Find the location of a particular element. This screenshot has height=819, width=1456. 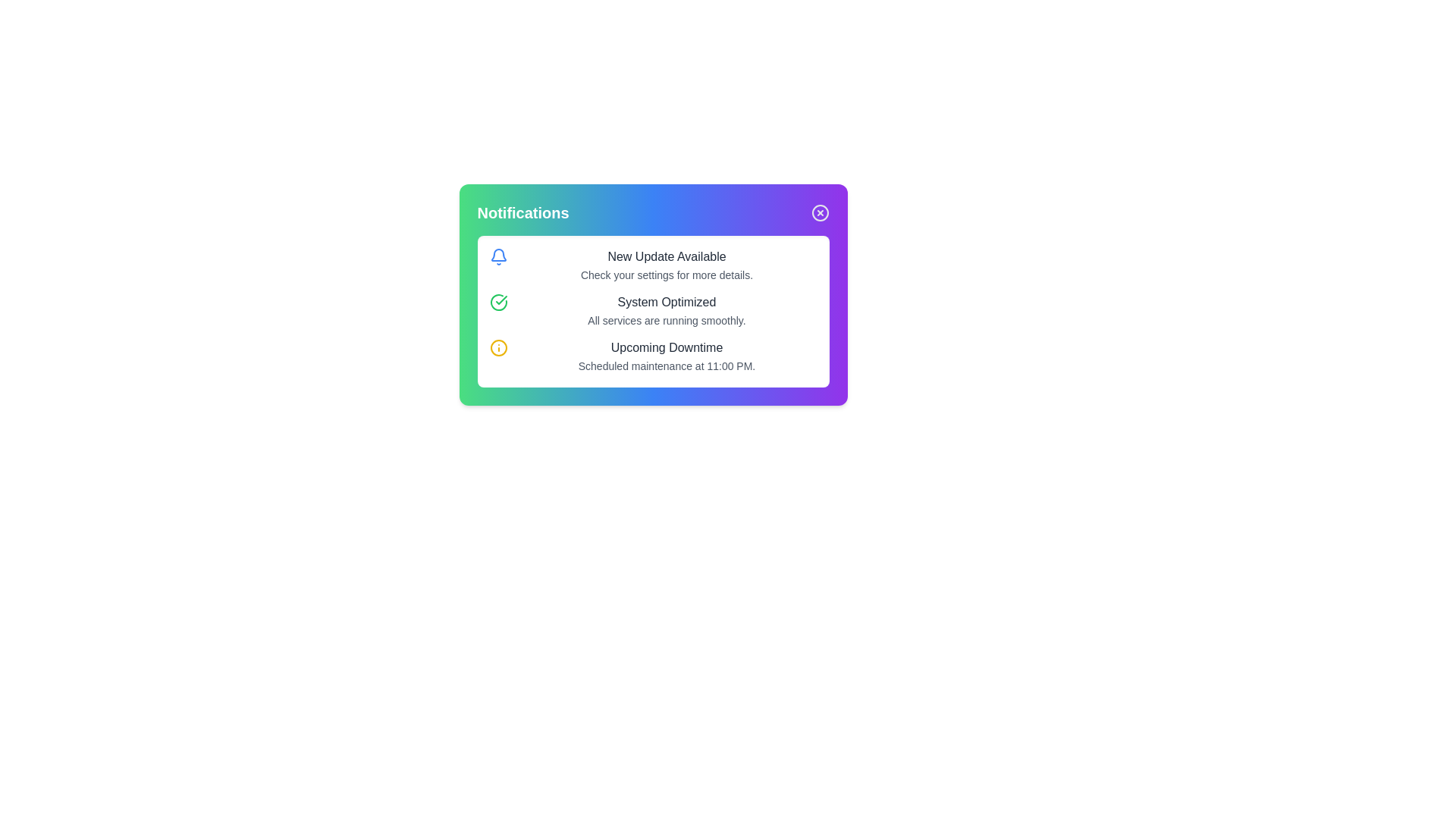

notification content from the first notification entry in the notification panel, positioned above other items and to the right of the blue bell icon is located at coordinates (667, 265).